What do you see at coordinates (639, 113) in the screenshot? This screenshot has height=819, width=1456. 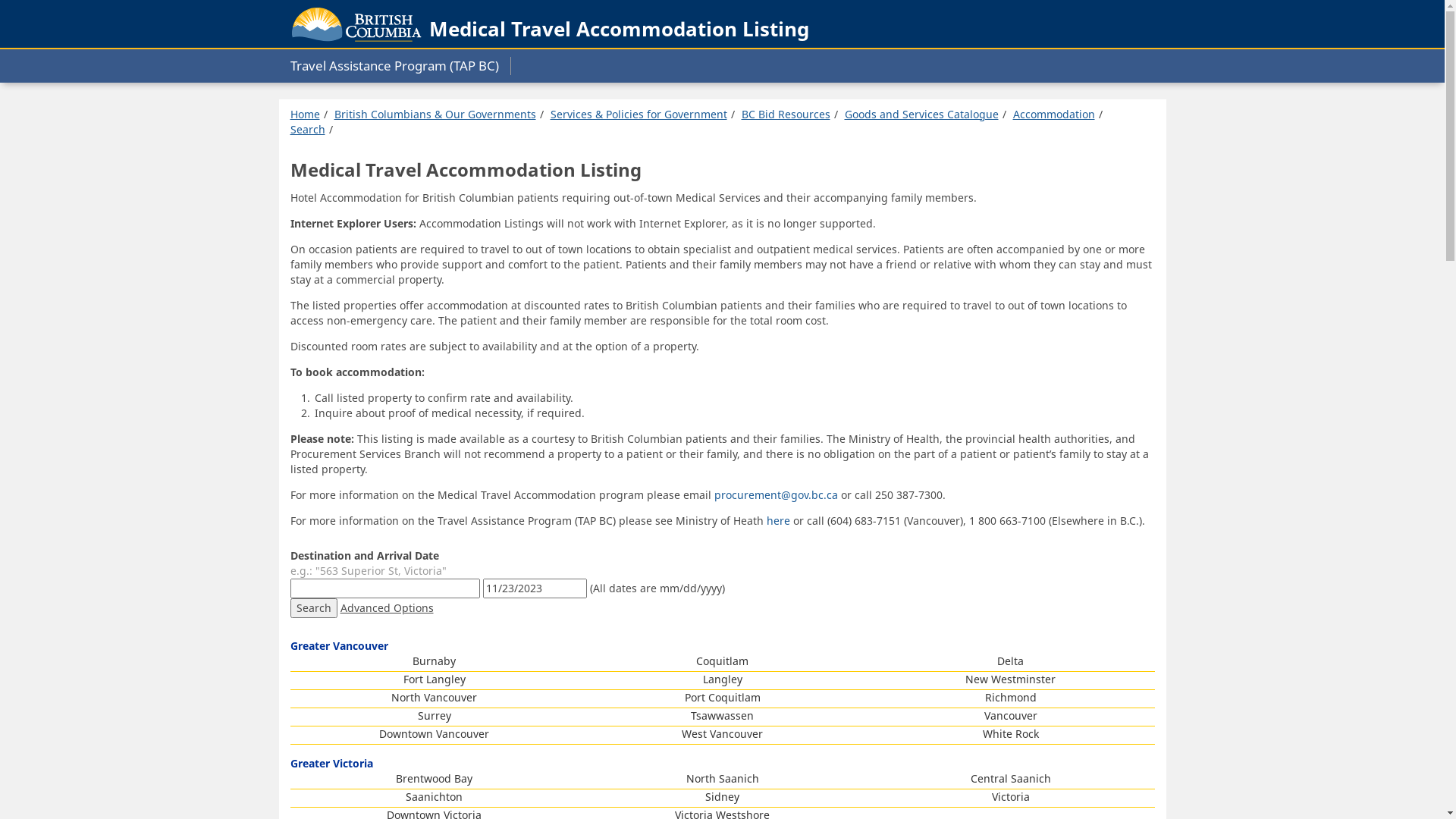 I see `'Services & Policies for Government'` at bounding box center [639, 113].